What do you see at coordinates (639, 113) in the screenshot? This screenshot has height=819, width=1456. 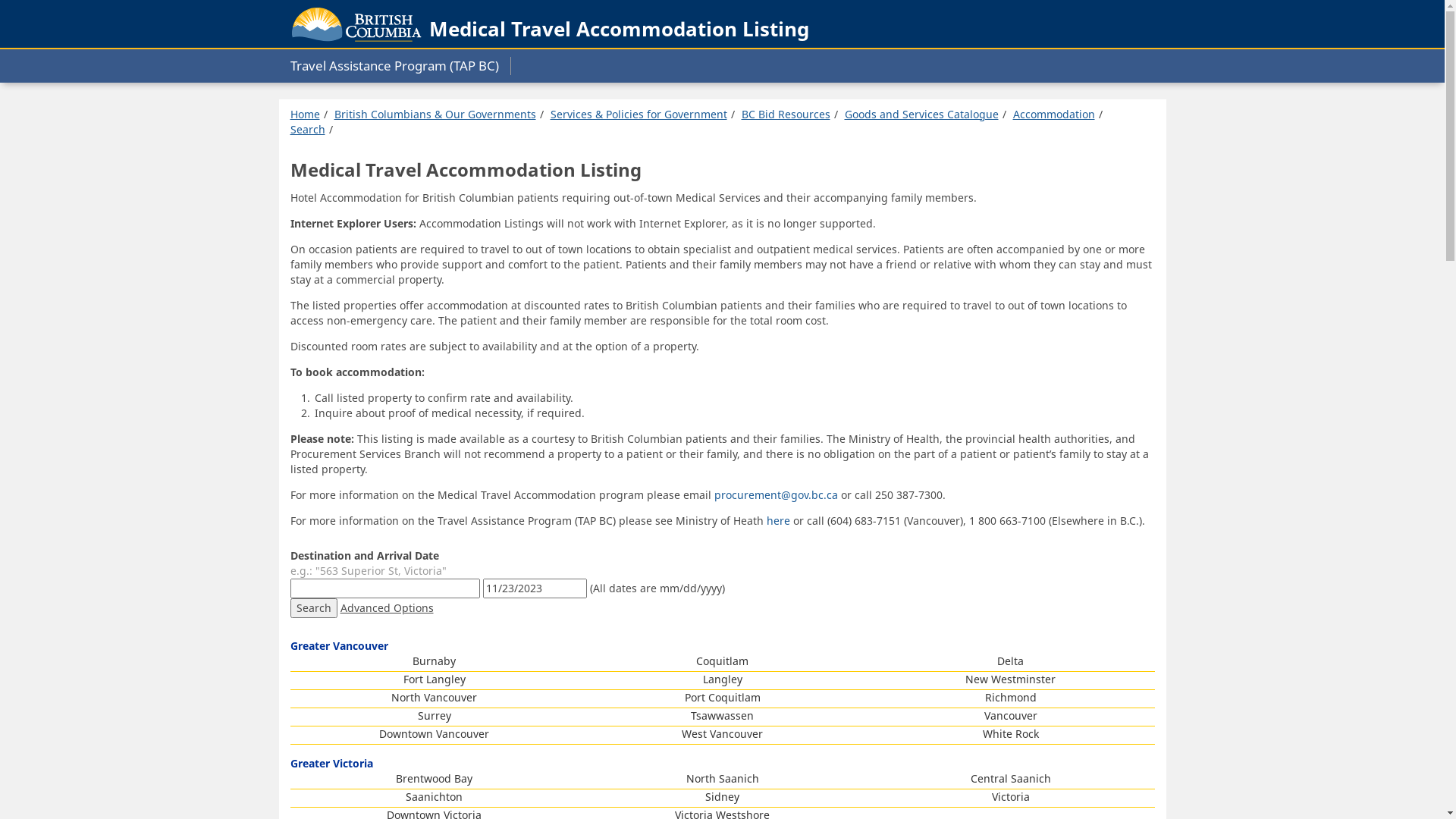 I see `'Services & Policies for Government'` at bounding box center [639, 113].